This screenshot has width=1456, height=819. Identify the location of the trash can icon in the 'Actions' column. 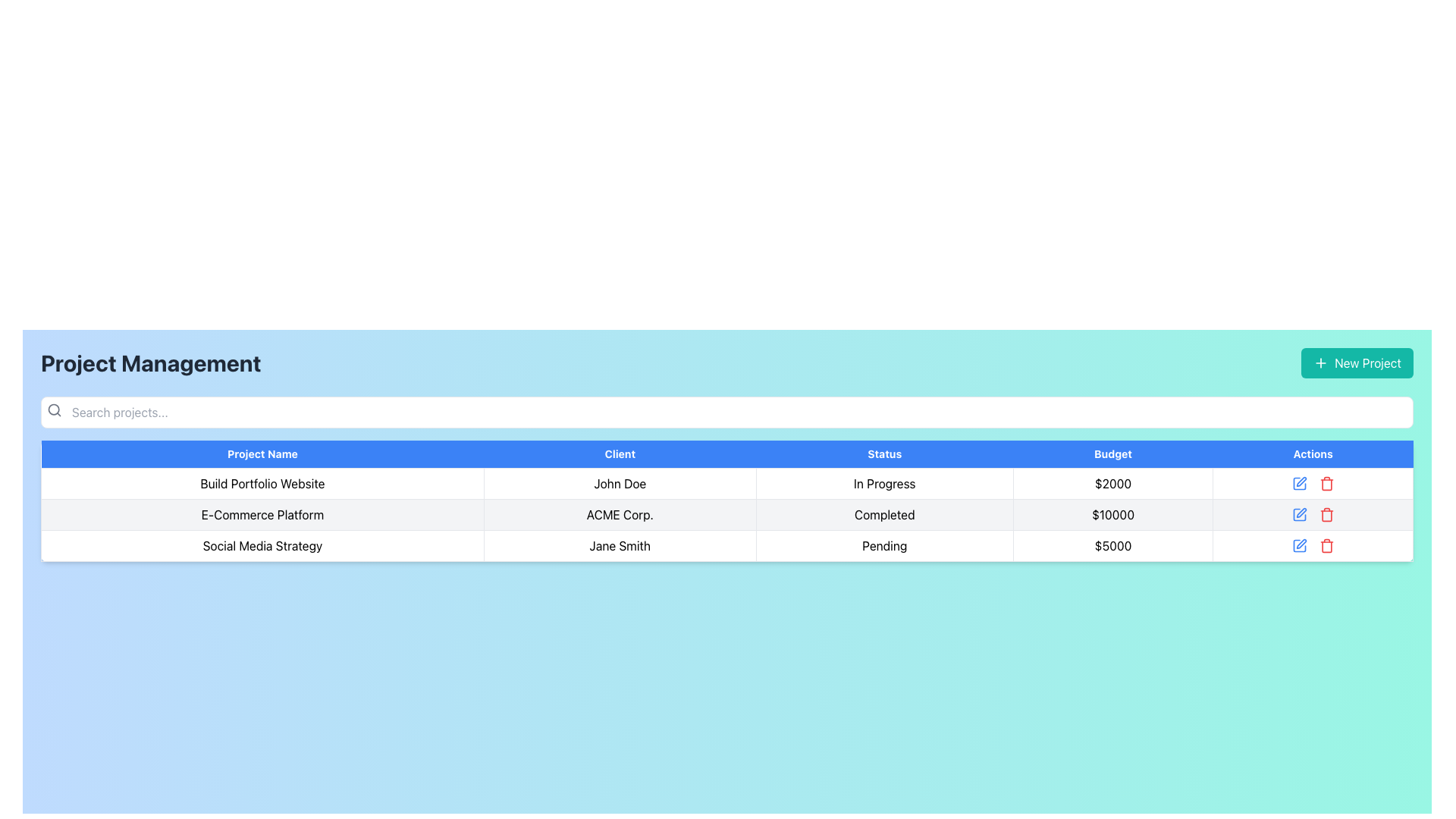
(1326, 485).